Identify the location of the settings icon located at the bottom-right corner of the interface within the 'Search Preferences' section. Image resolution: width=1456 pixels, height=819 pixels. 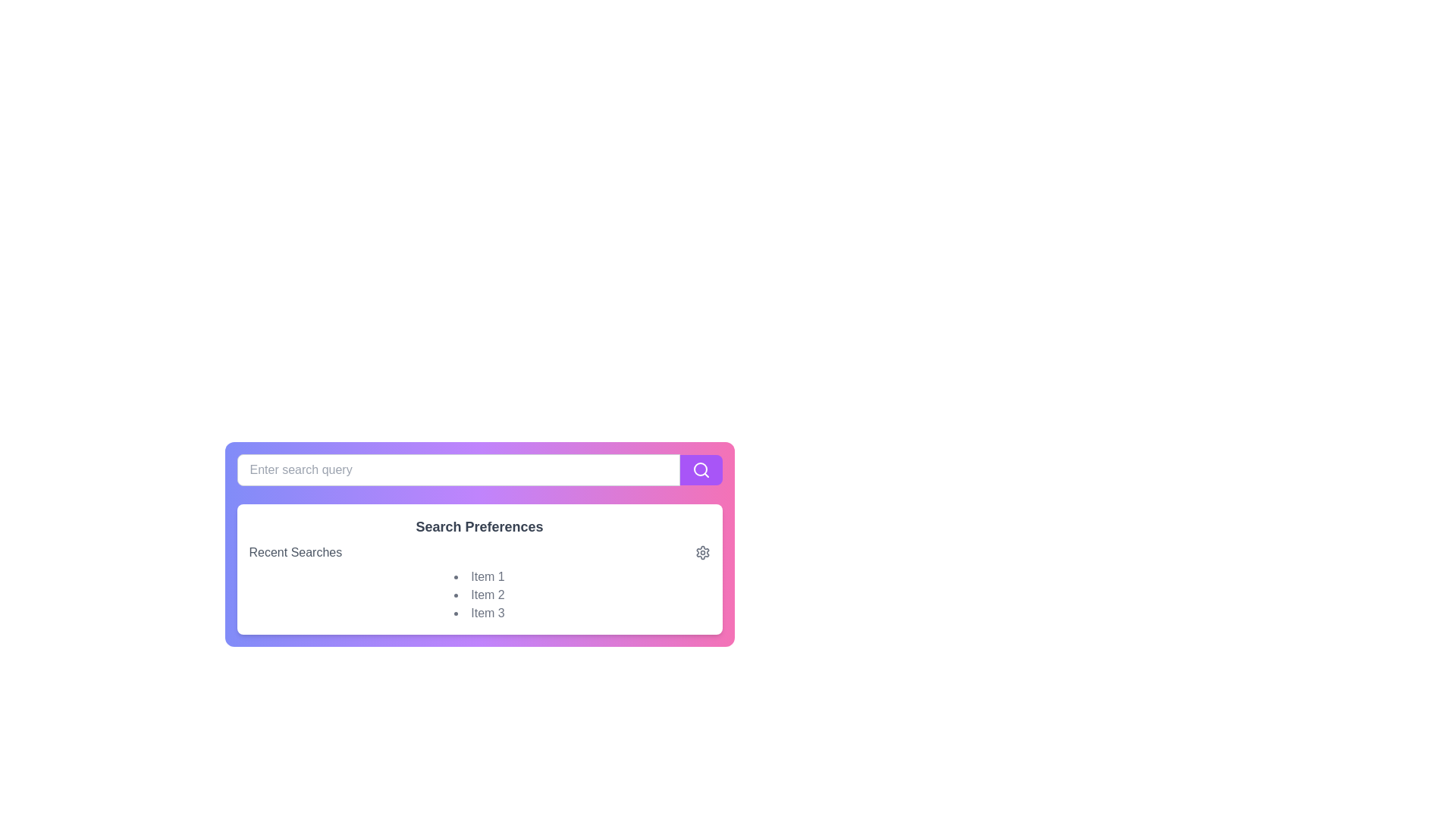
(701, 553).